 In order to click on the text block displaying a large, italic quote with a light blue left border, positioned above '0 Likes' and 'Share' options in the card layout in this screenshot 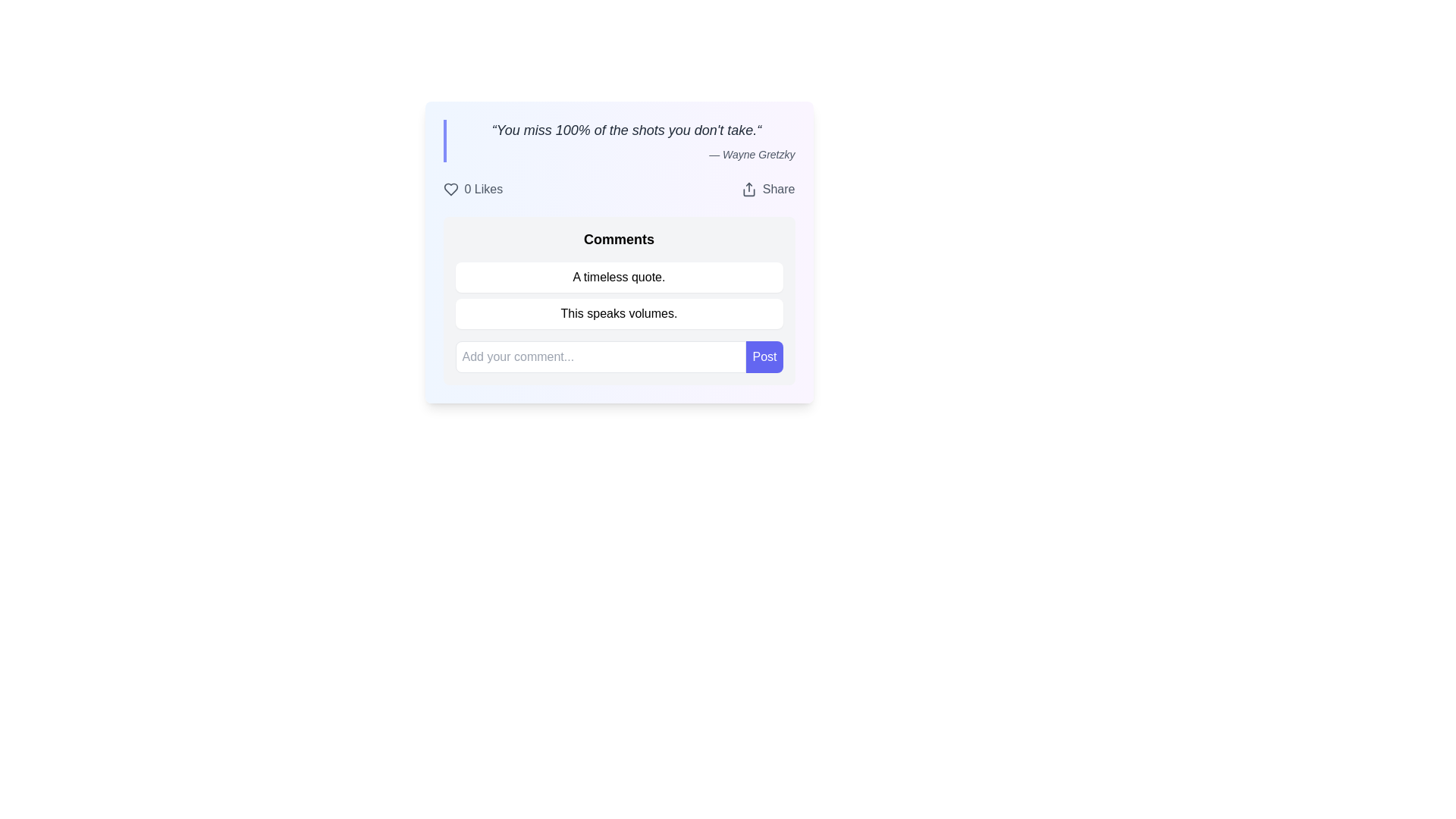, I will do `click(619, 140)`.